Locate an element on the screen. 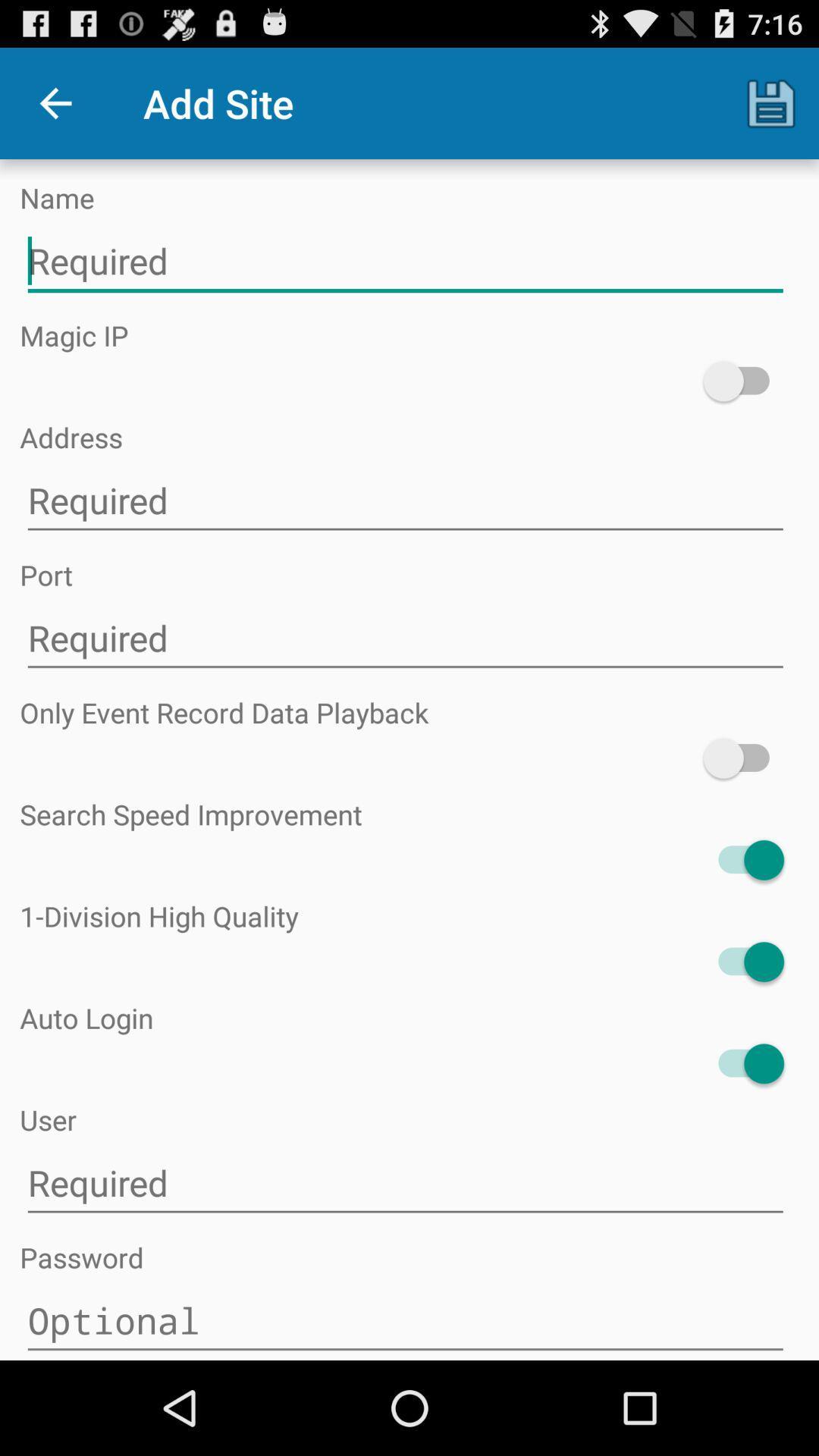 The image size is (819, 1456). check mark for actvate this function is located at coordinates (742, 381).